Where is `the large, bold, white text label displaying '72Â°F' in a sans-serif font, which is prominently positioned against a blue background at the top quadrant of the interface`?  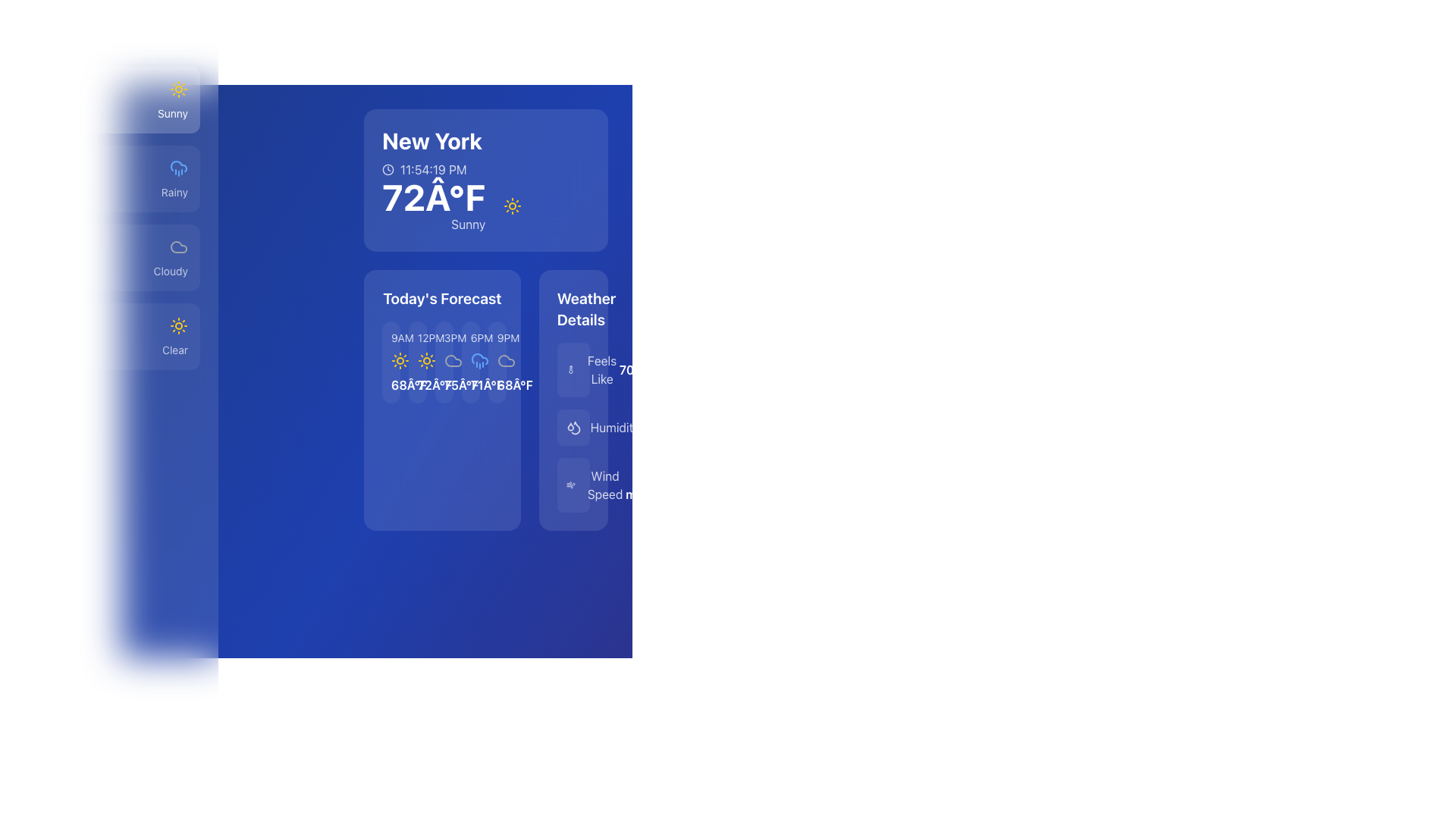
the large, bold, white text label displaying '72Â°F' in a sans-serif font, which is prominently positioned against a blue background at the top quadrant of the interface is located at coordinates (433, 196).